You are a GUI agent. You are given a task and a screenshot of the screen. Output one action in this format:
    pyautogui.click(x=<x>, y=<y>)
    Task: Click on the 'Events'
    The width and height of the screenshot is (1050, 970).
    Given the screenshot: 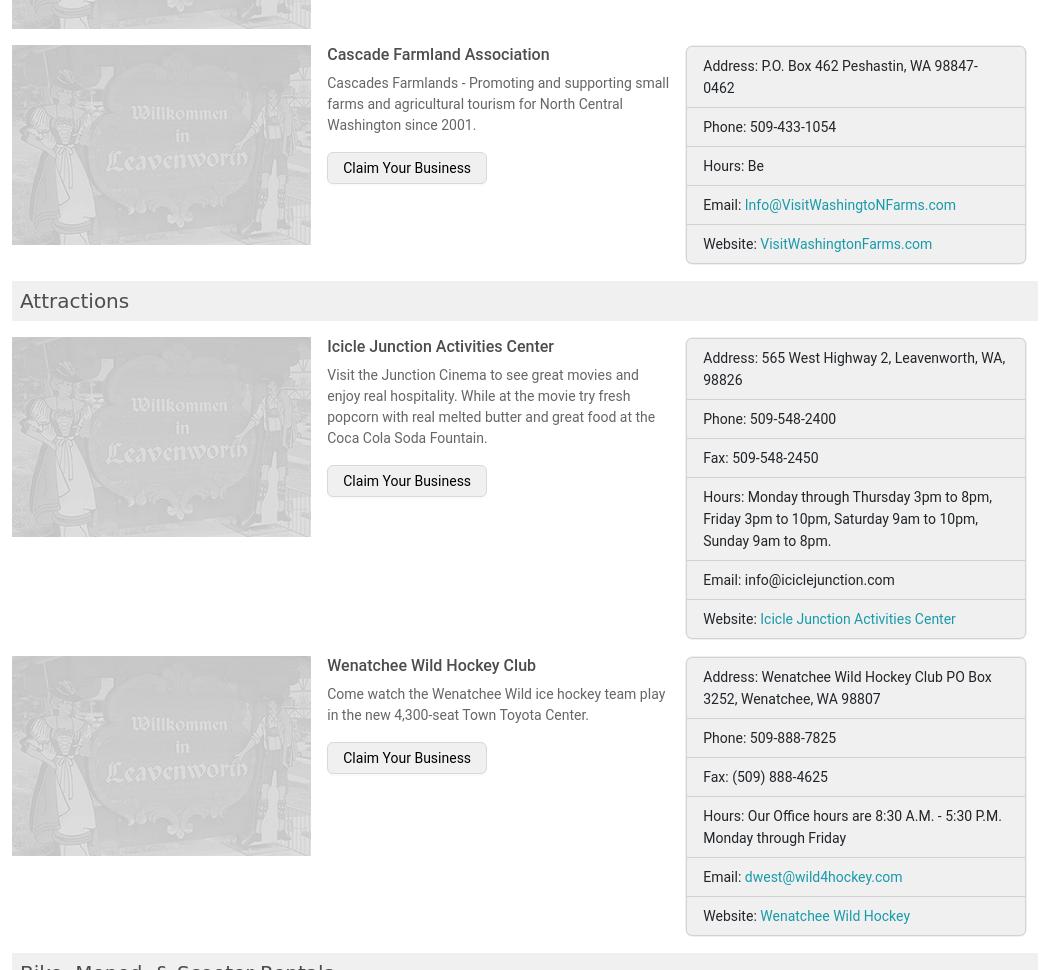 What is the action you would take?
    pyautogui.click(x=109, y=796)
    